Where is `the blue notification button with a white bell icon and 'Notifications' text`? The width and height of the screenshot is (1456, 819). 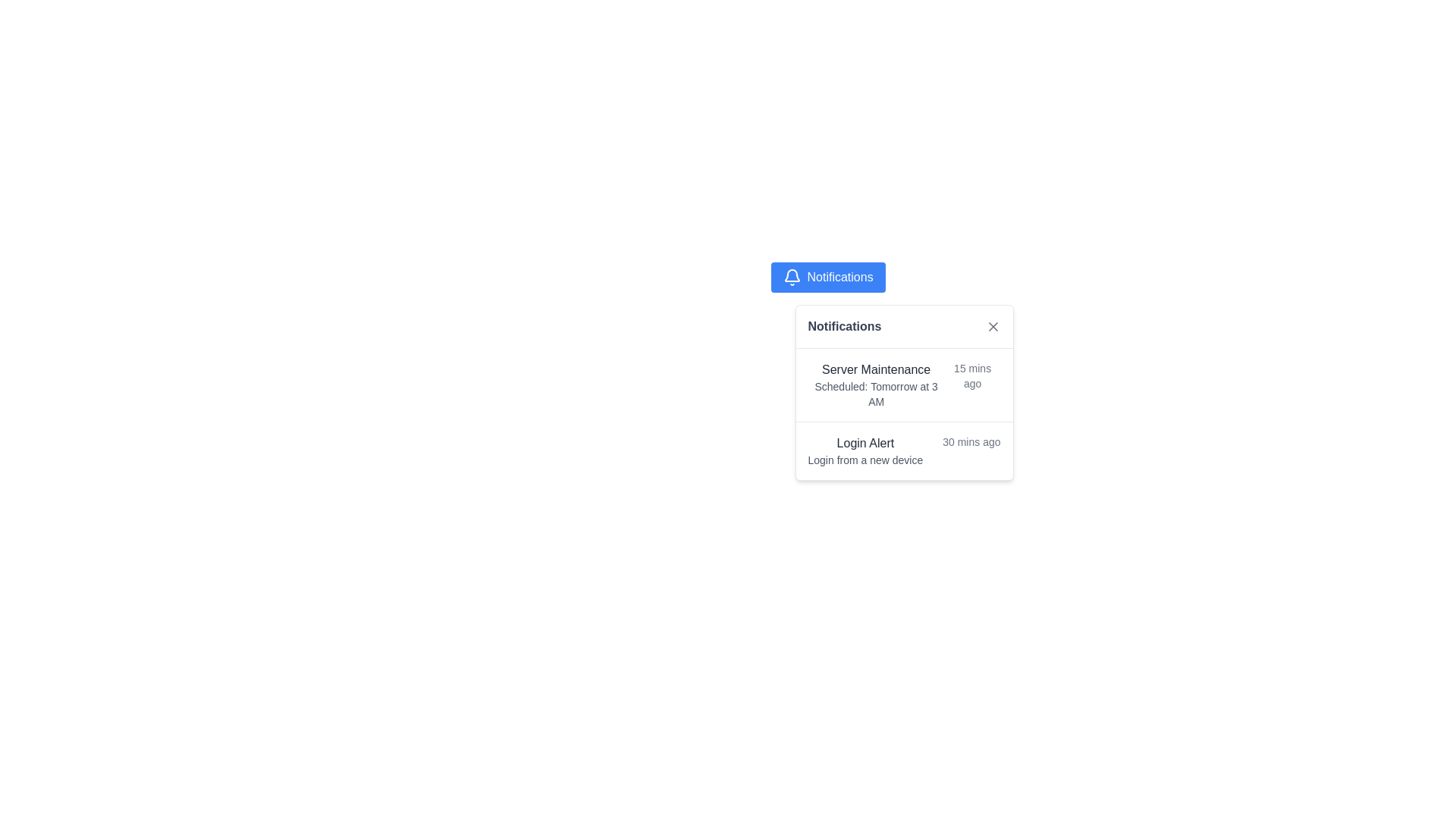
the blue notification button with a white bell icon and 'Notifications' text is located at coordinates (827, 278).